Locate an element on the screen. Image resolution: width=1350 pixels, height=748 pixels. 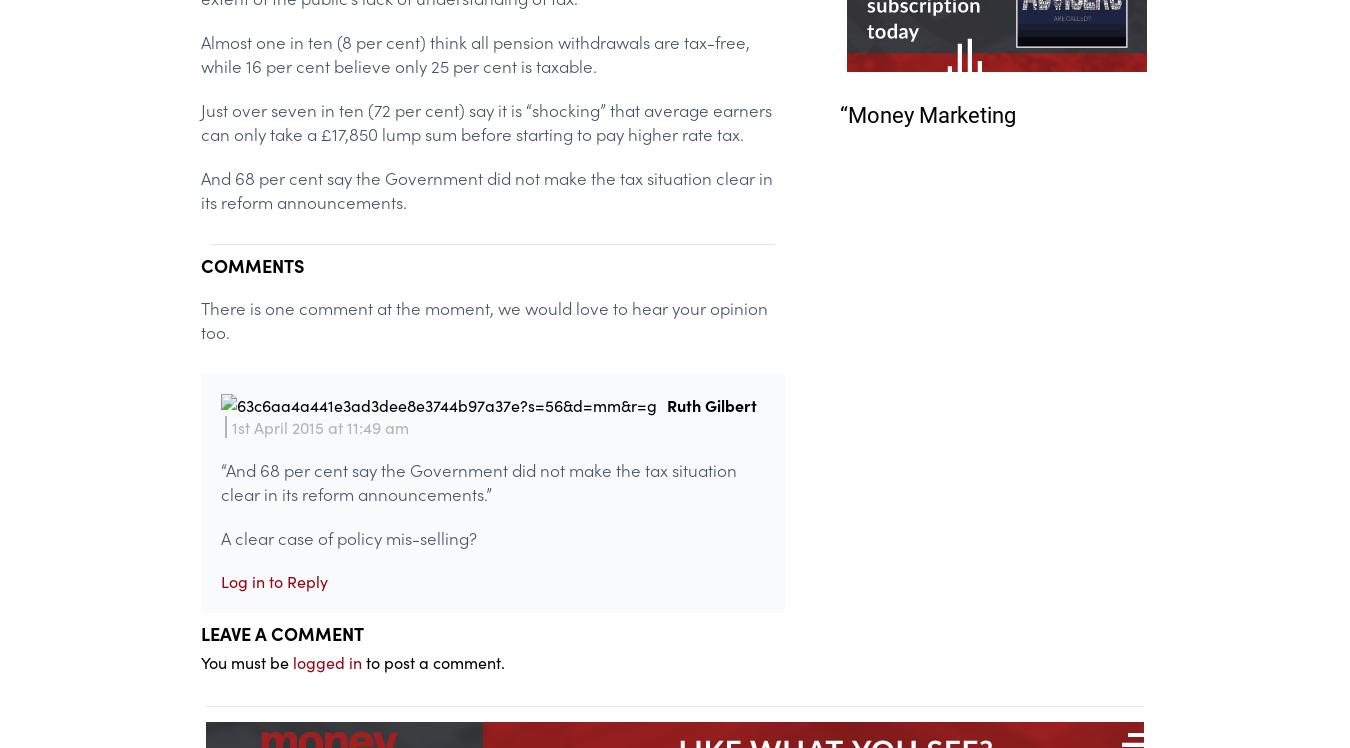
'Comments' is located at coordinates (251, 263).